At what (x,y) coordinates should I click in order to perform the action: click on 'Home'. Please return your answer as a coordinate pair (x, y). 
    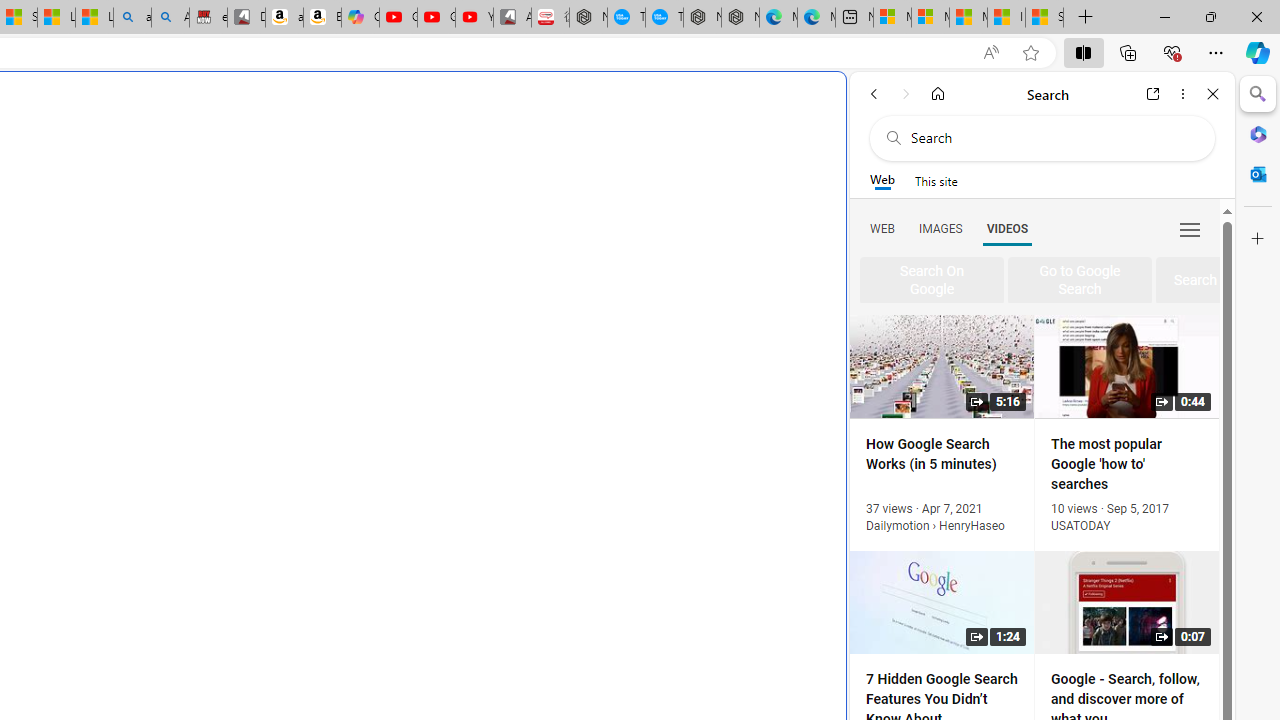
    Looking at the image, I should click on (937, 93).